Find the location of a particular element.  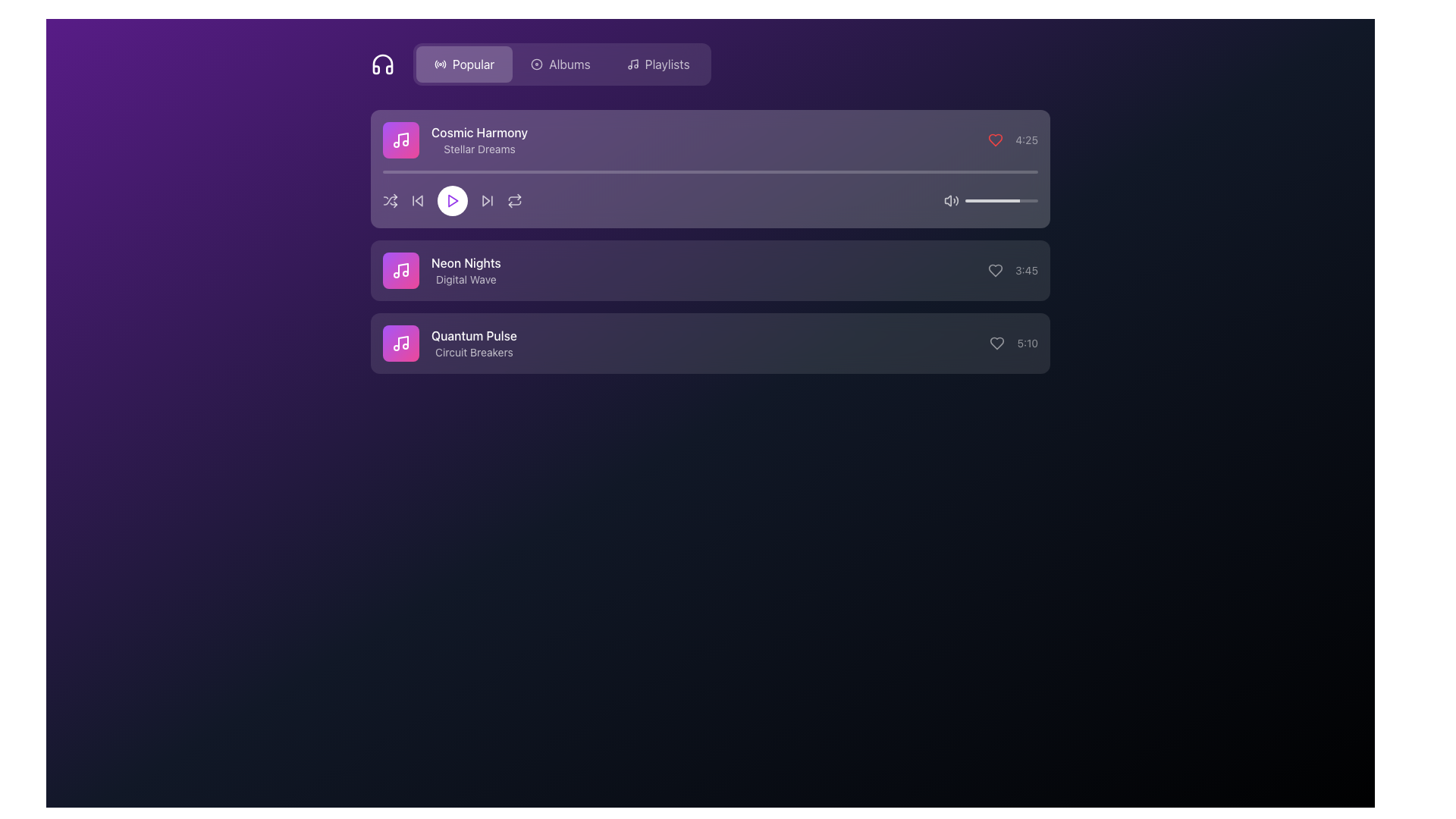

the shuffle button icon located in the playback controls section, the first icon to the left under the 'Cosmic Harmony' song title is located at coordinates (390, 200).